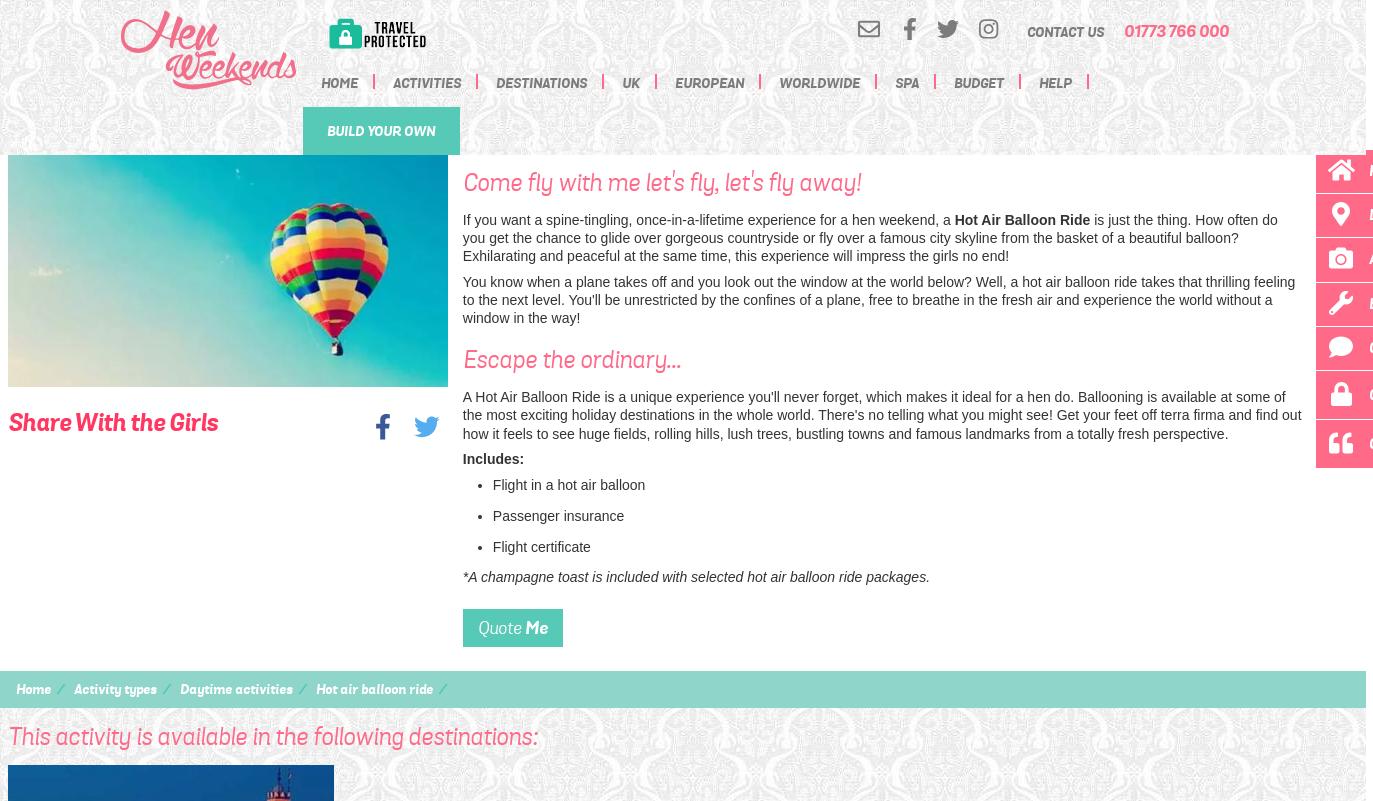 The height and width of the screenshot is (801, 1373). What do you see at coordinates (492, 458) in the screenshot?
I see `'Includes:'` at bounding box center [492, 458].